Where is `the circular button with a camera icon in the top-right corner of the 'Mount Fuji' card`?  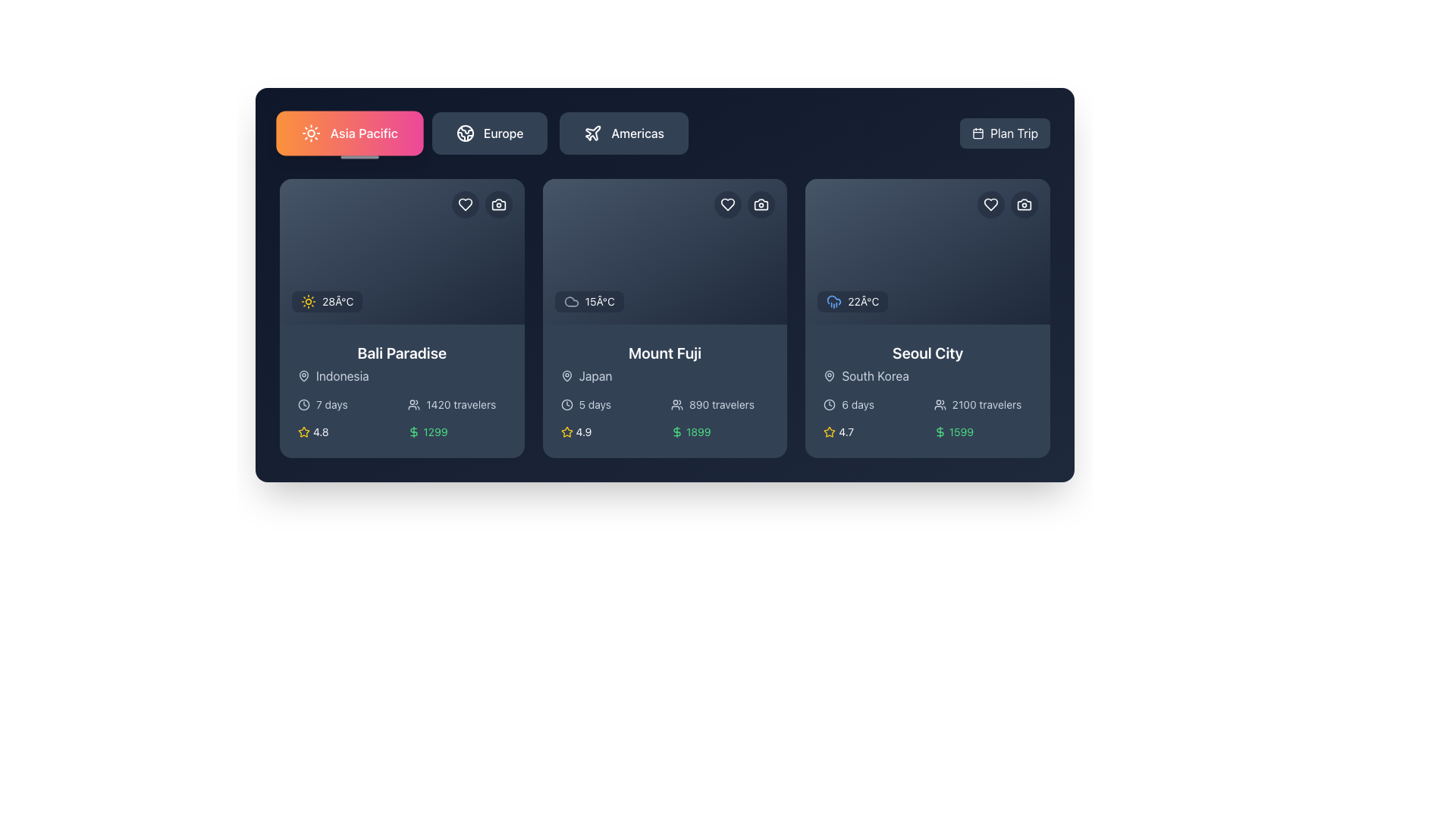 the circular button with a camera icon in the top-right corner of the 'Mount Fuji' card is located at coordinates (761, 205).